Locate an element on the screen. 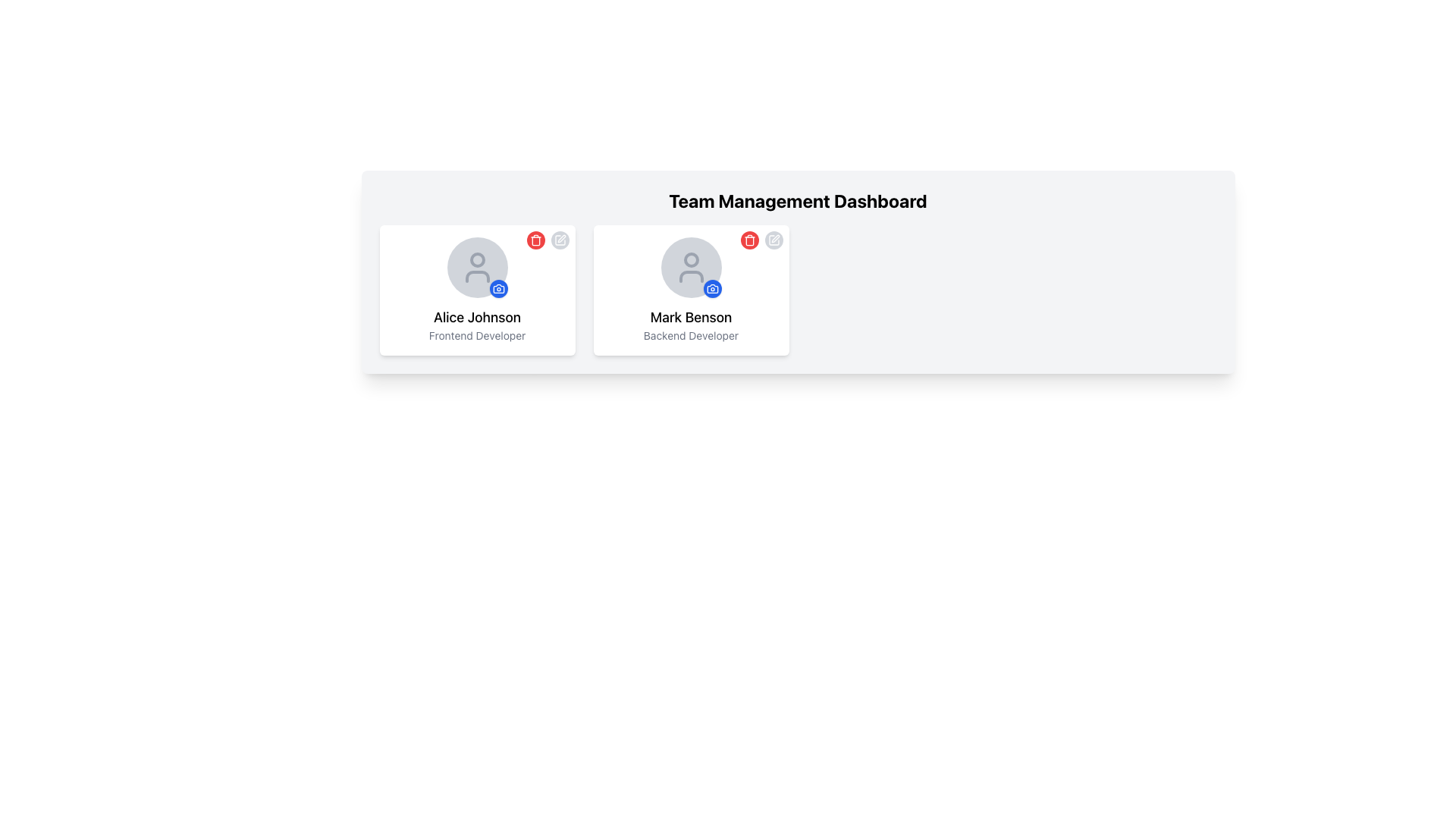  the gray circular shape located in the upper part of the right user card, representing the head area of the avatar icon for Mark Benson is located at coordinates (690, 259).